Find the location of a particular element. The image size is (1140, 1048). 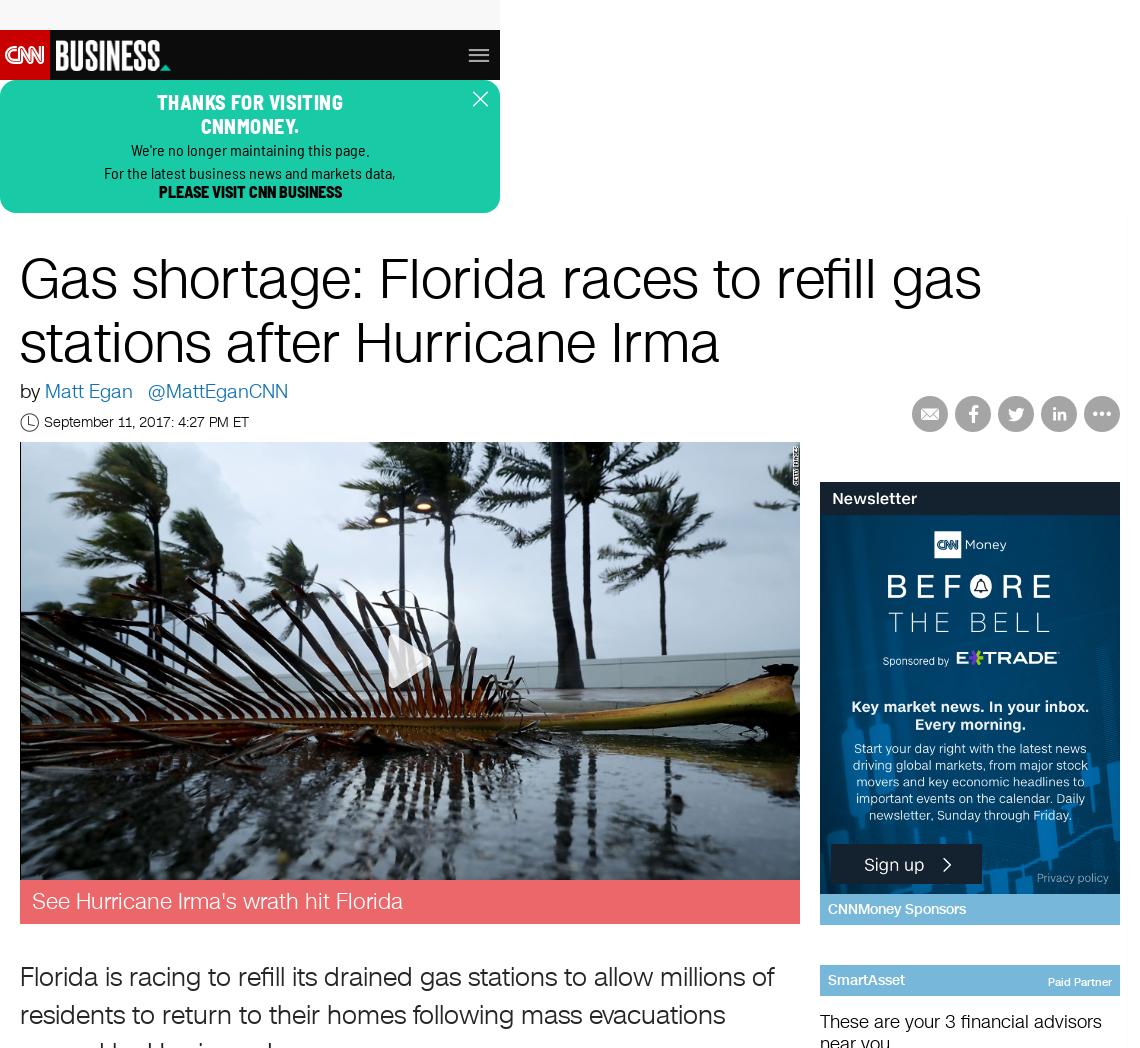

'please visit CNN
            Business' is located at coordinates (248, 190).